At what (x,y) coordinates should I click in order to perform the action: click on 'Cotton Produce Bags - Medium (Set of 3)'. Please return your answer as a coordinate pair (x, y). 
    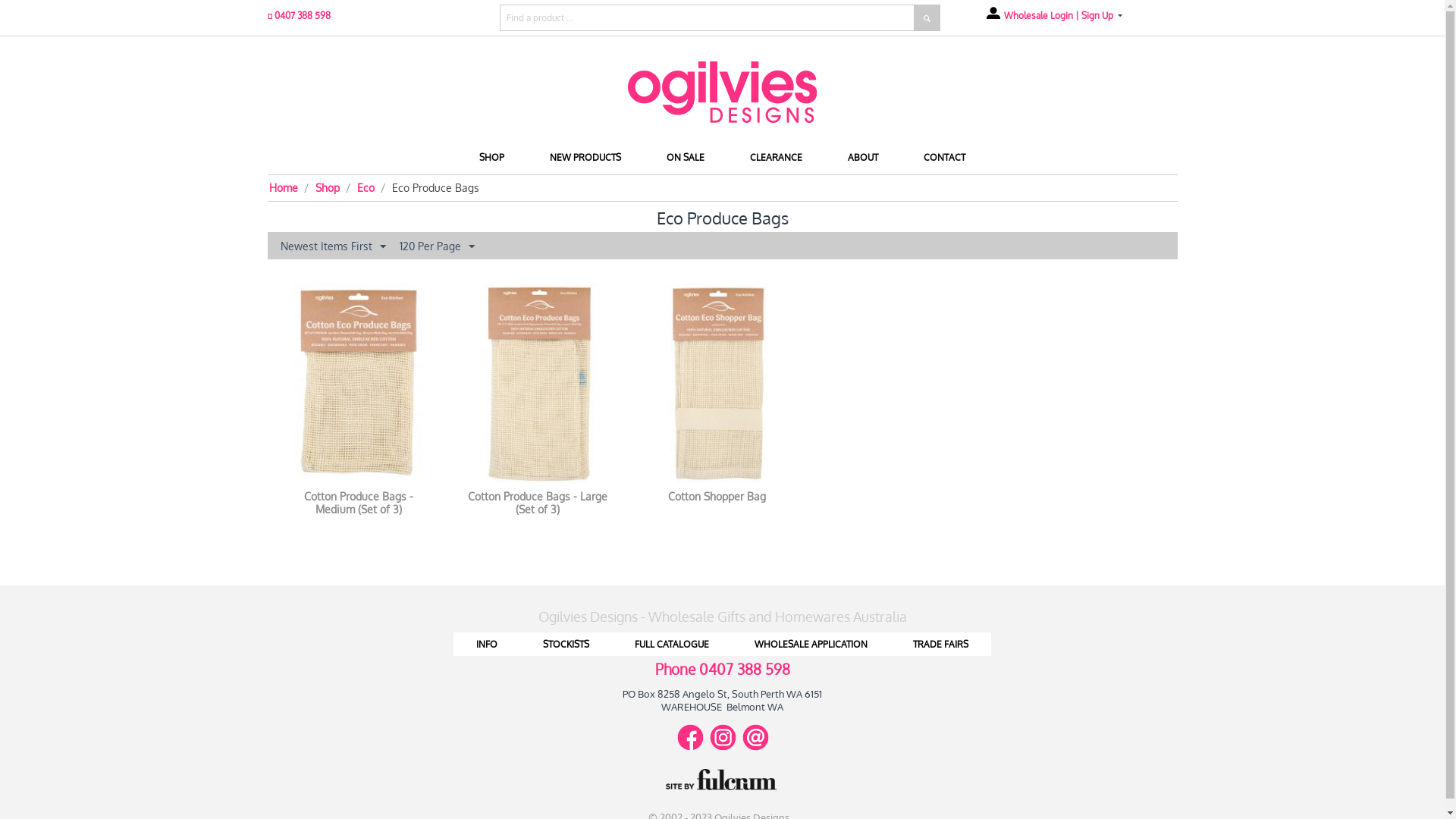
    Looking at the image, I should click on (284, 503).